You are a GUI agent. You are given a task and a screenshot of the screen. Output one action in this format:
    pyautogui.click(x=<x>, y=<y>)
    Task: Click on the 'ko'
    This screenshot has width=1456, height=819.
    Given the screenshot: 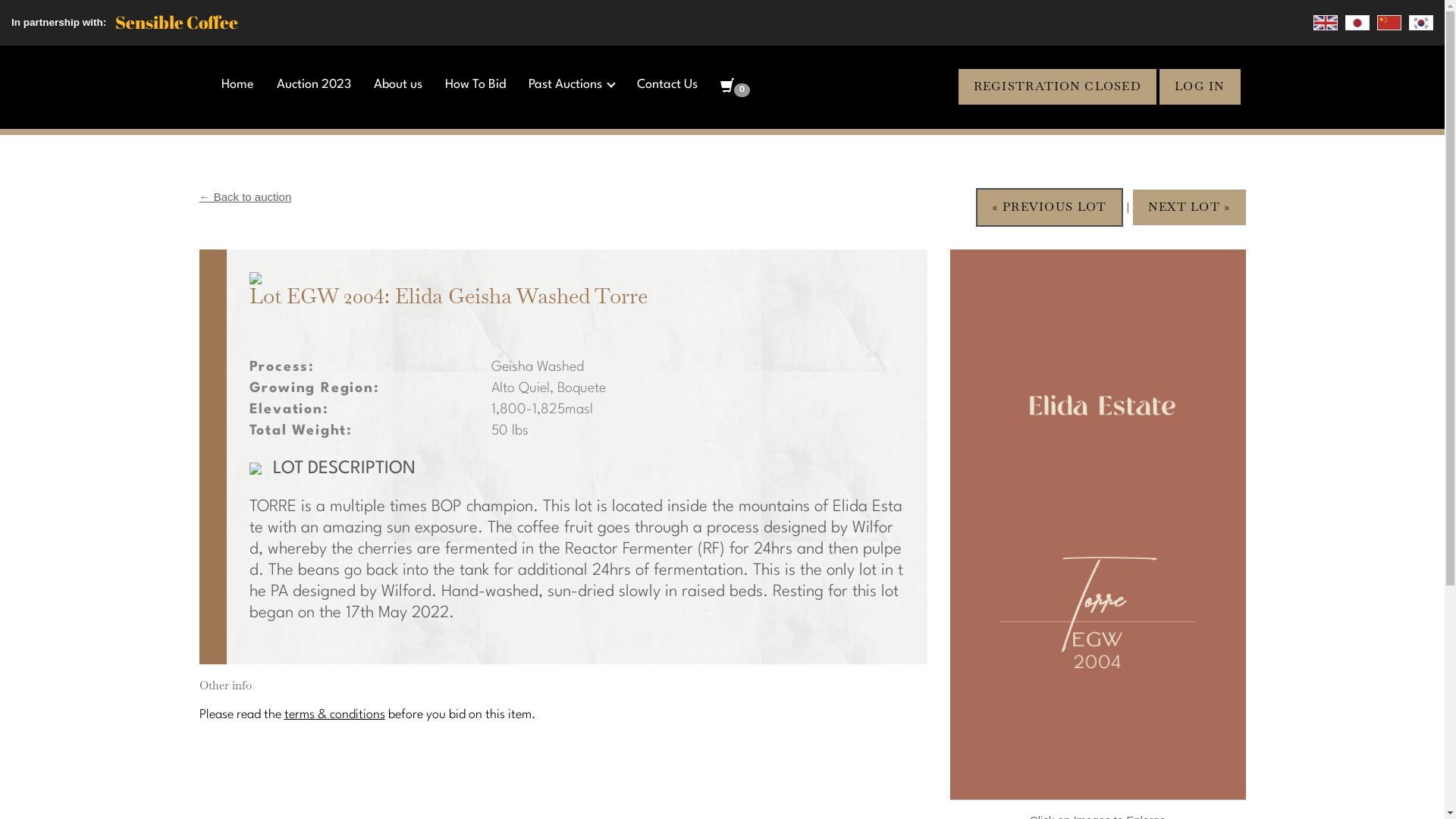 What is the action you would take?
    pyautogui.click(x=1420, y=23)
    